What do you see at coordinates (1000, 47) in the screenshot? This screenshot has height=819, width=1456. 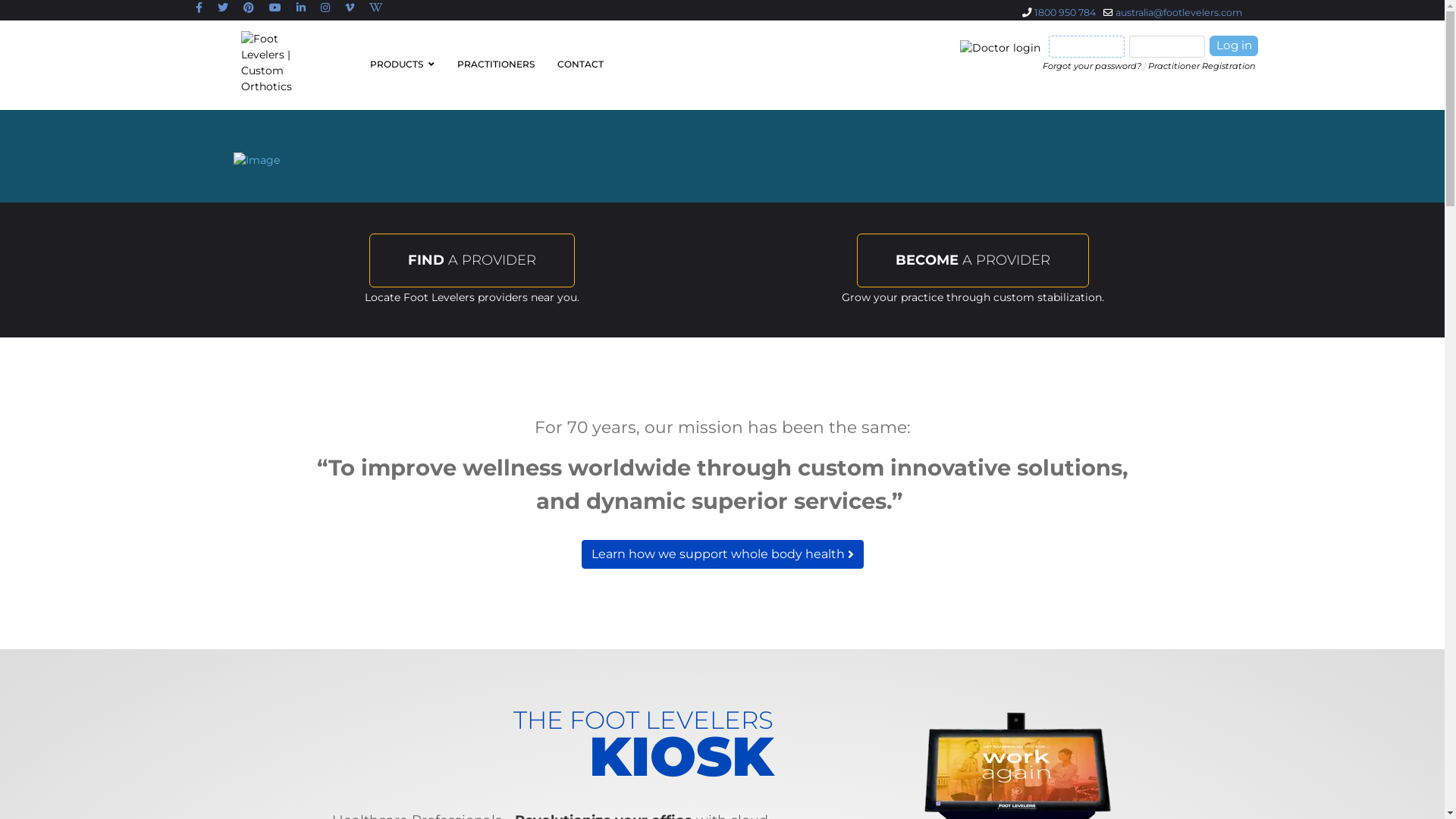 I see `'Doctor login'` at bounding box center [1000, 47].